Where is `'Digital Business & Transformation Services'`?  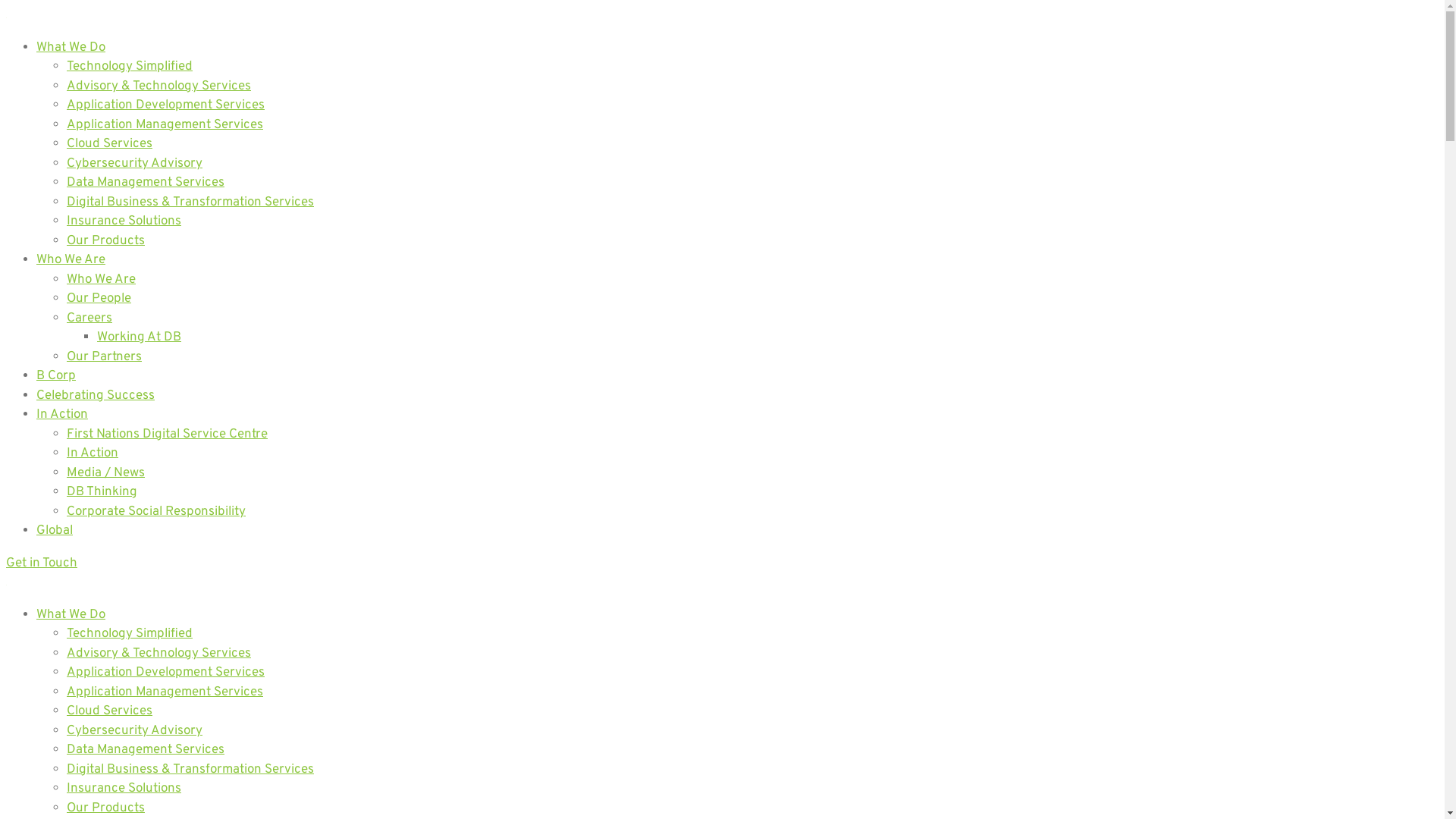
'Digital Business & Transformation Services' is located at coordinates (189, 769).